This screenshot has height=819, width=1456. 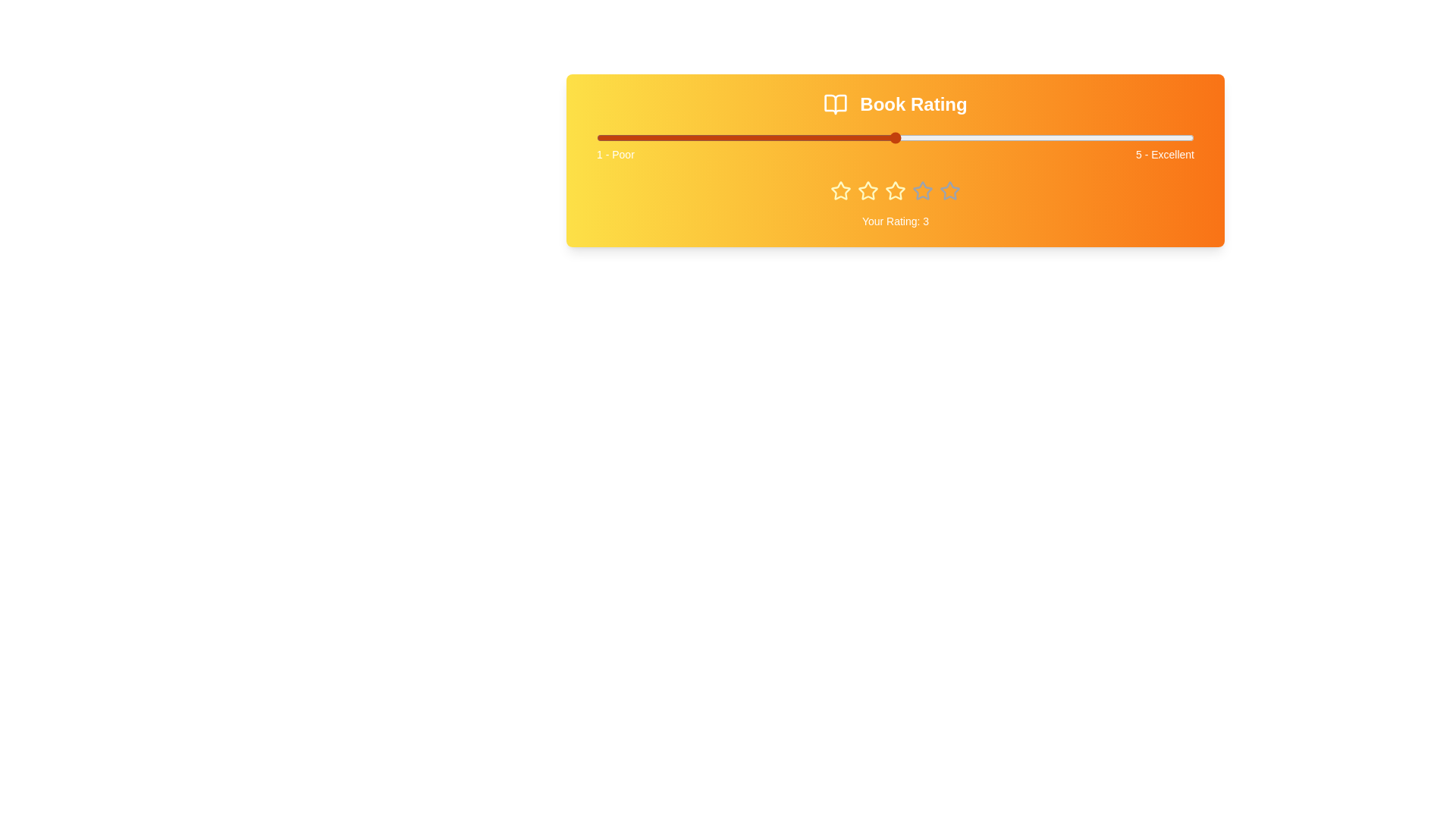 What do you see at coordinates (835, 104) in the screenshot?
I see `the open book icon located to the left of the 'Book Rating' text within the orange gradient box` at bounding box center [835, 104].